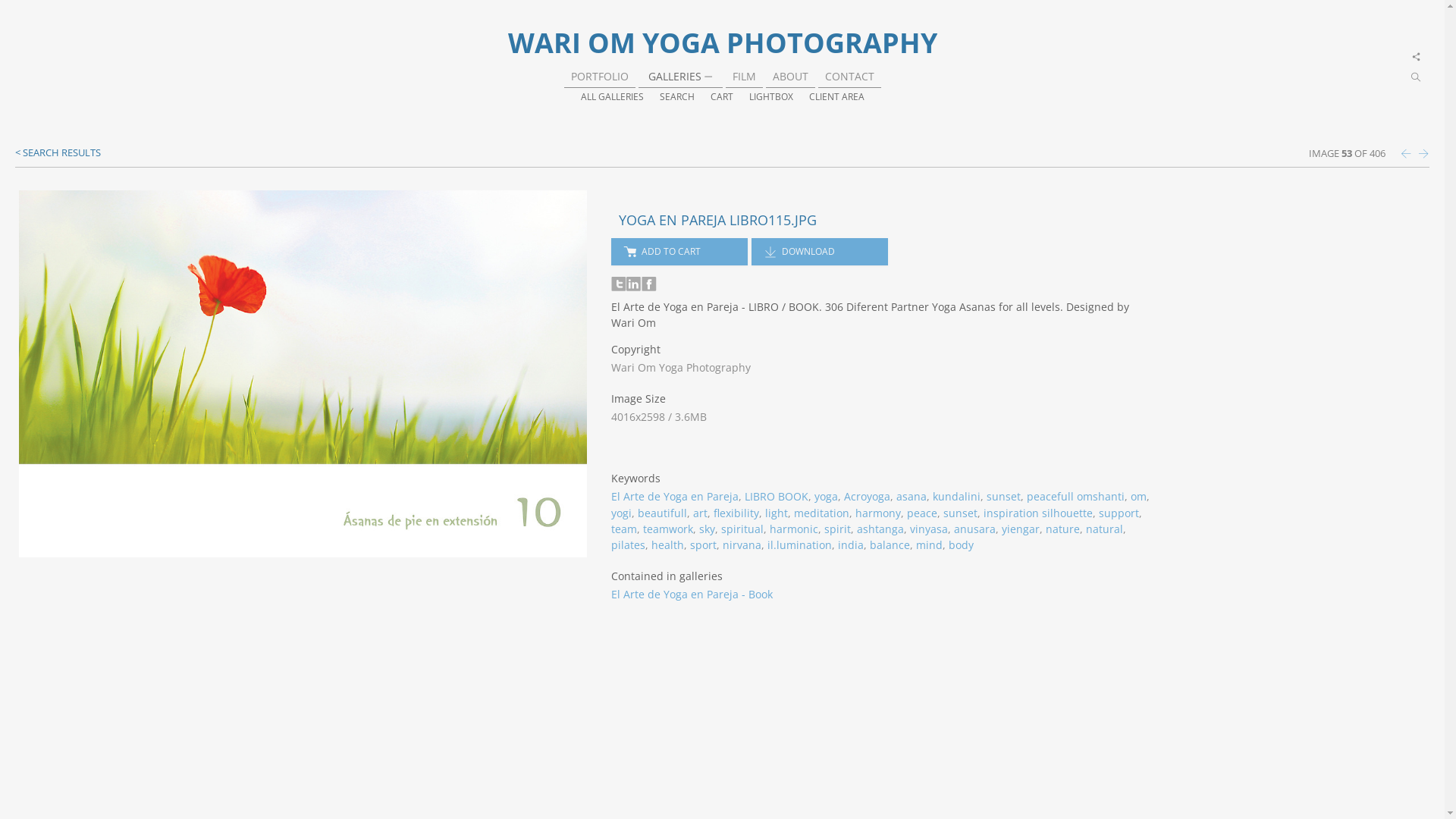 The image size is (1456, 819). What do you see at coordinates (821, 512) in the screenshot?
I see `'meditation'` at bounding box center [821, 512].